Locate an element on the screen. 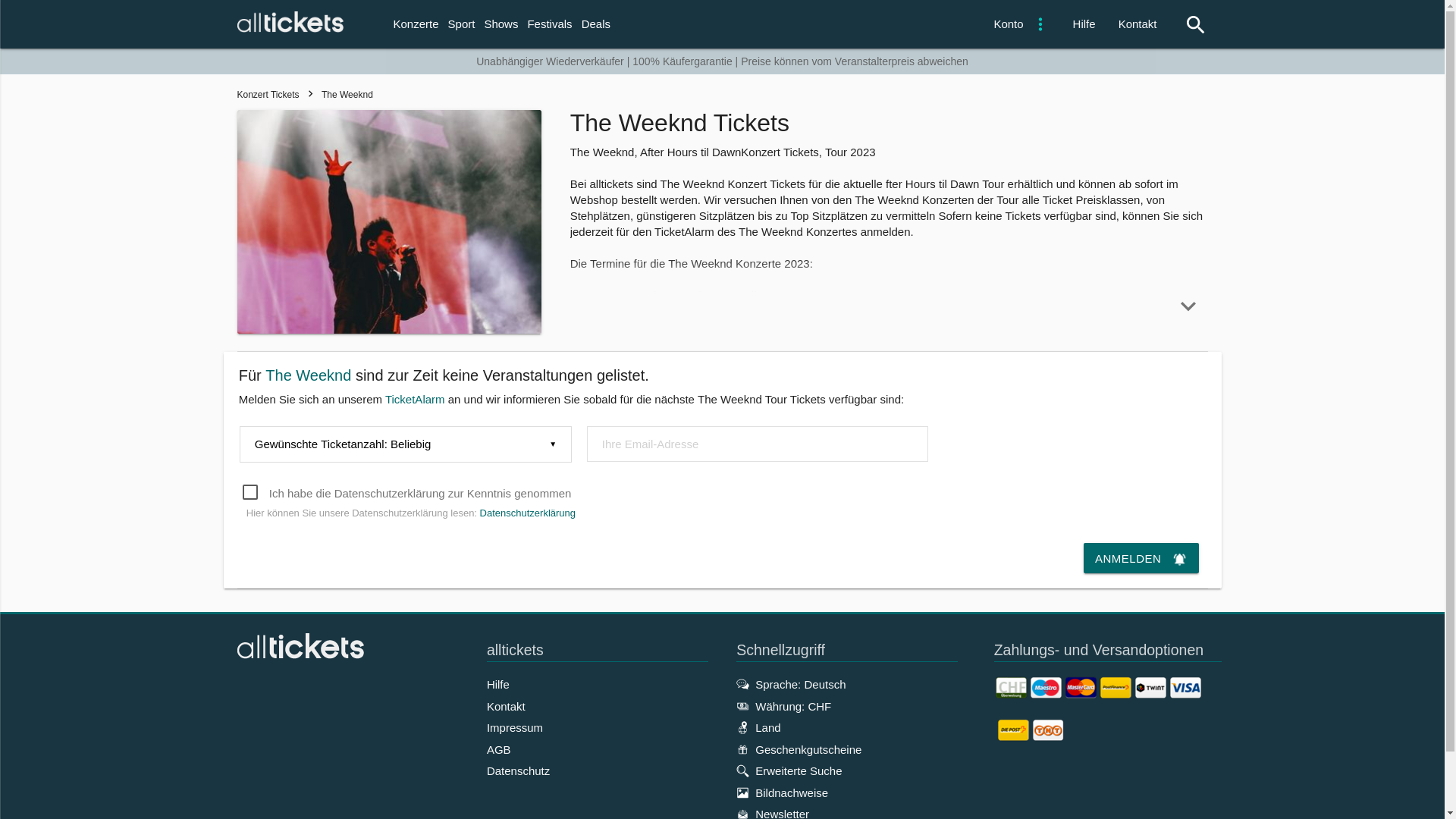 This screenshot has height=819, width=1456. 'ANMELDEN is located at coordinates (1141, 558).